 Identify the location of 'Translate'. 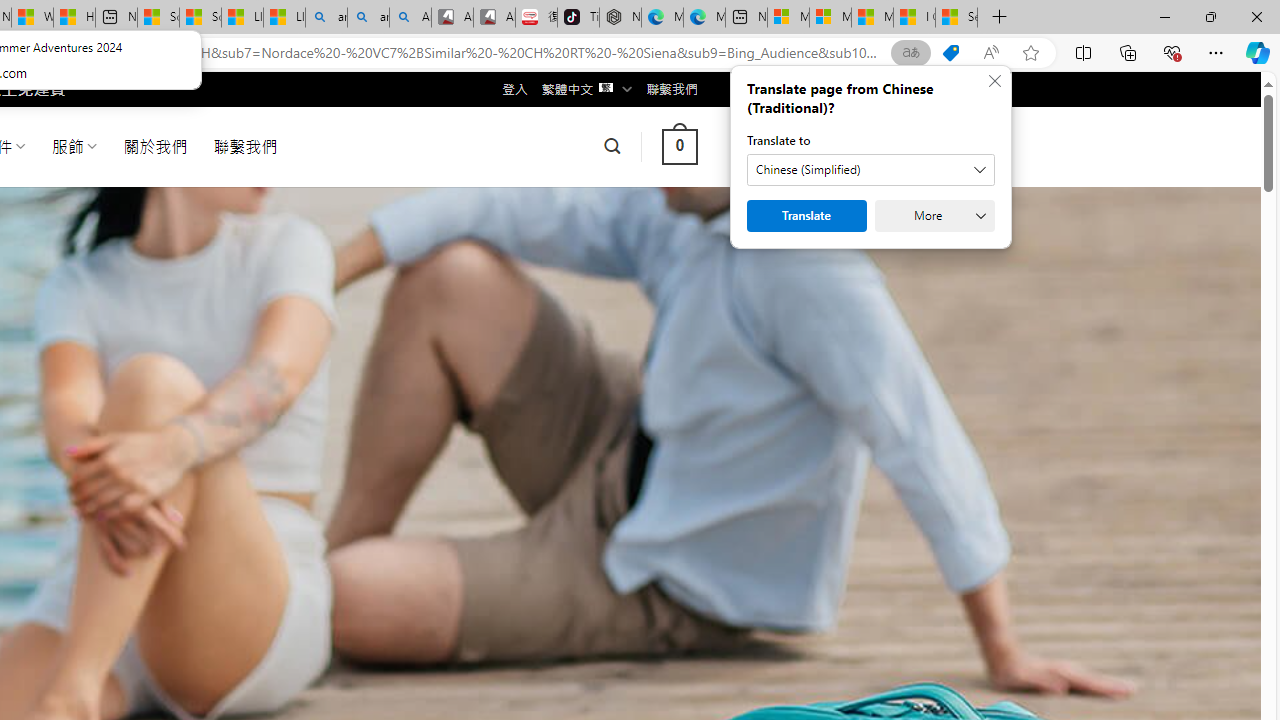
(807, 216).